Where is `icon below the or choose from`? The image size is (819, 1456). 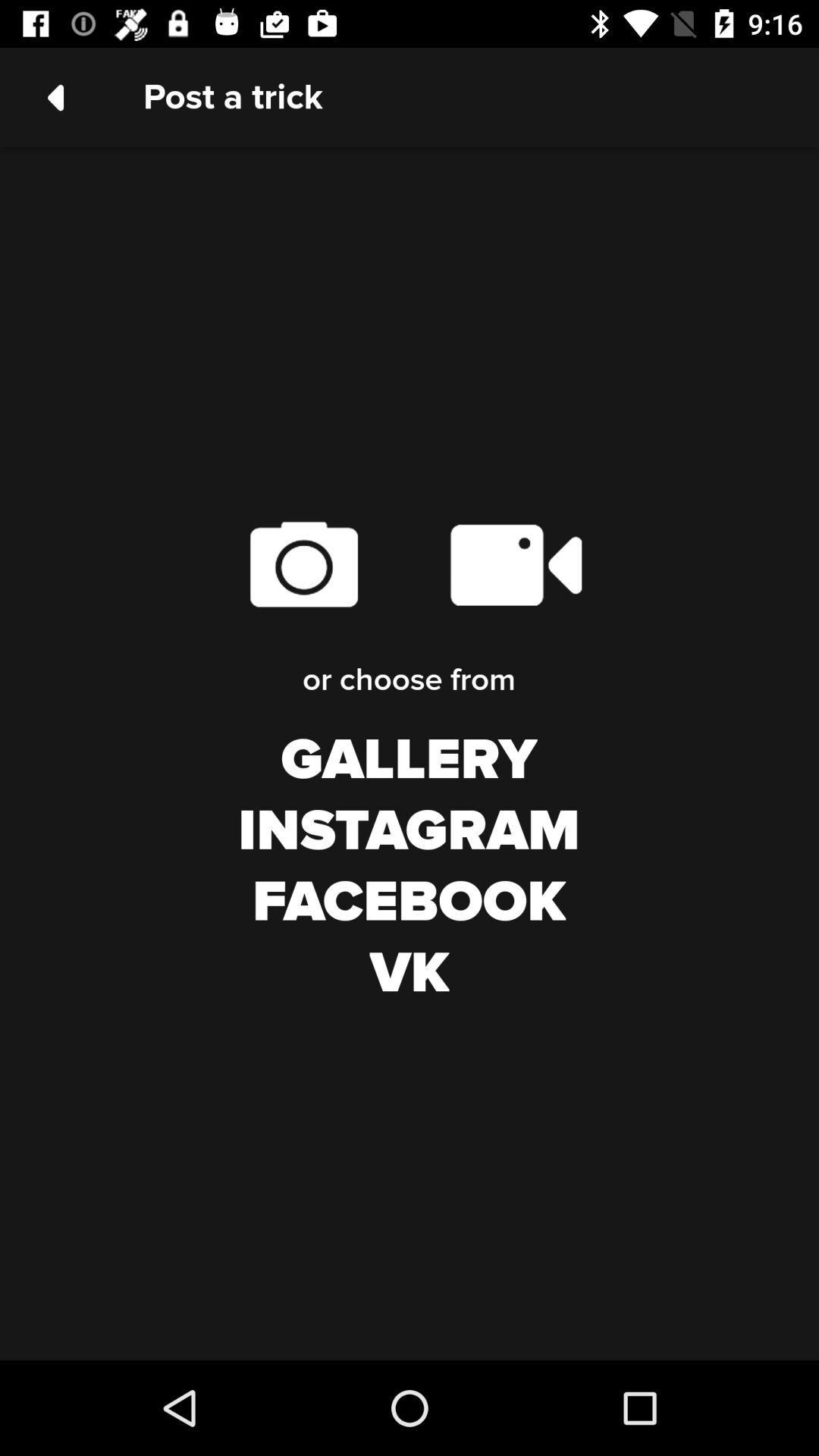 icon below the or choose from is located at coordinates (408, 761).